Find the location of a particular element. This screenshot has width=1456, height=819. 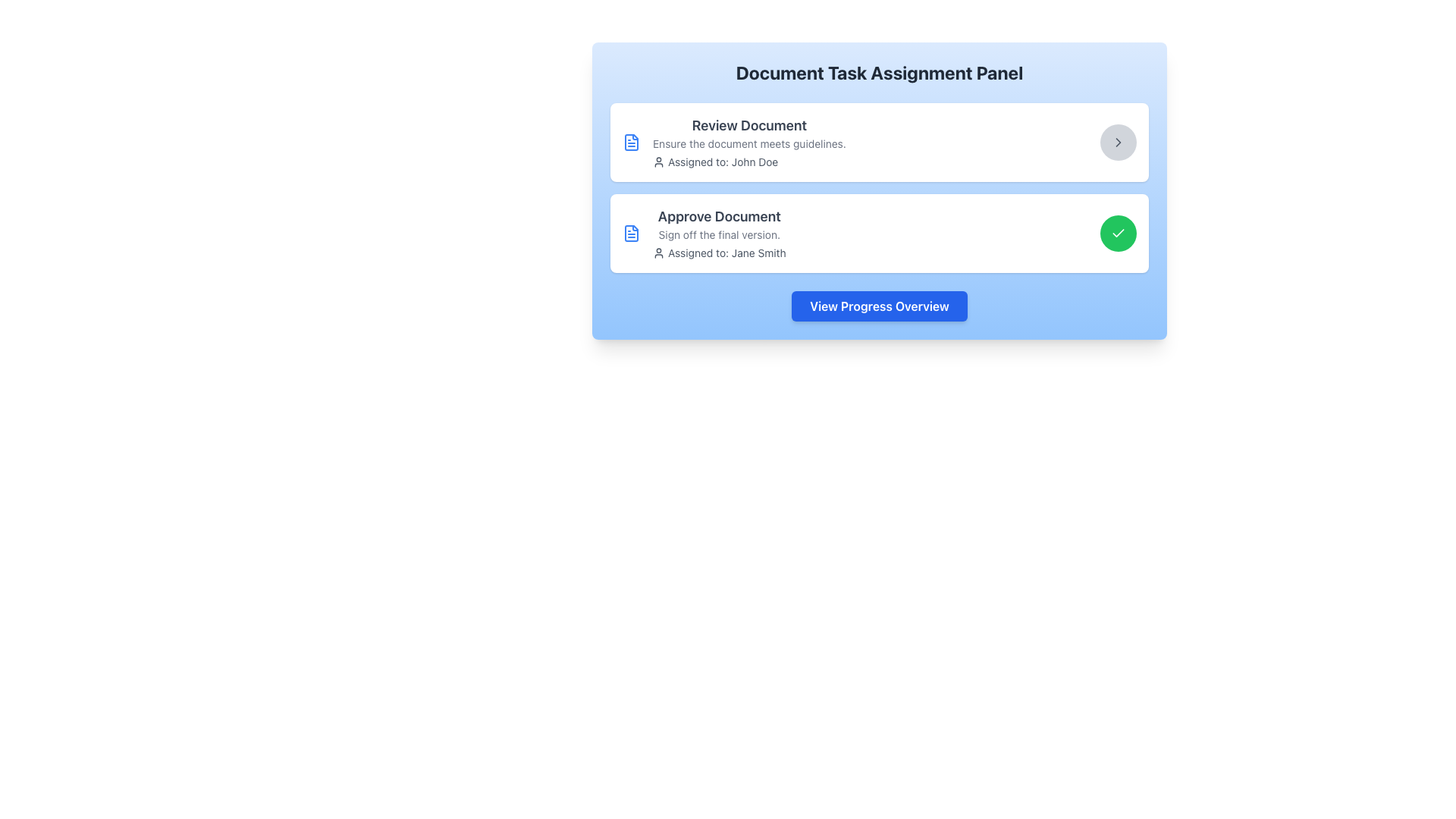

the informational text block that provides details about the task titled 'Review Document', which includes a description and an assignee, to focus on the associated item is located at coordinates (749, 143).